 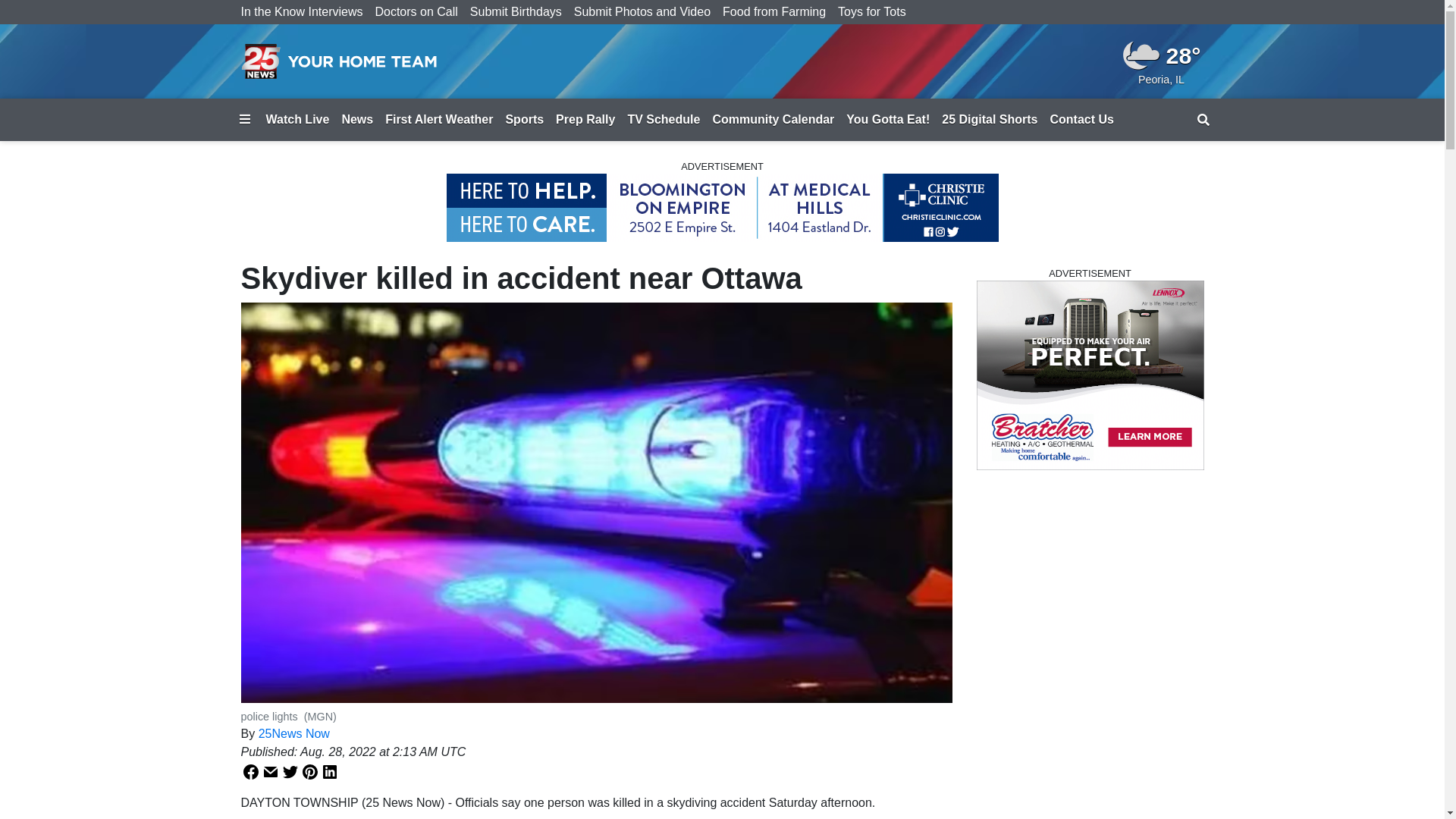 I want to click on 'Submit Birthdays', so click(x=516, y=11).